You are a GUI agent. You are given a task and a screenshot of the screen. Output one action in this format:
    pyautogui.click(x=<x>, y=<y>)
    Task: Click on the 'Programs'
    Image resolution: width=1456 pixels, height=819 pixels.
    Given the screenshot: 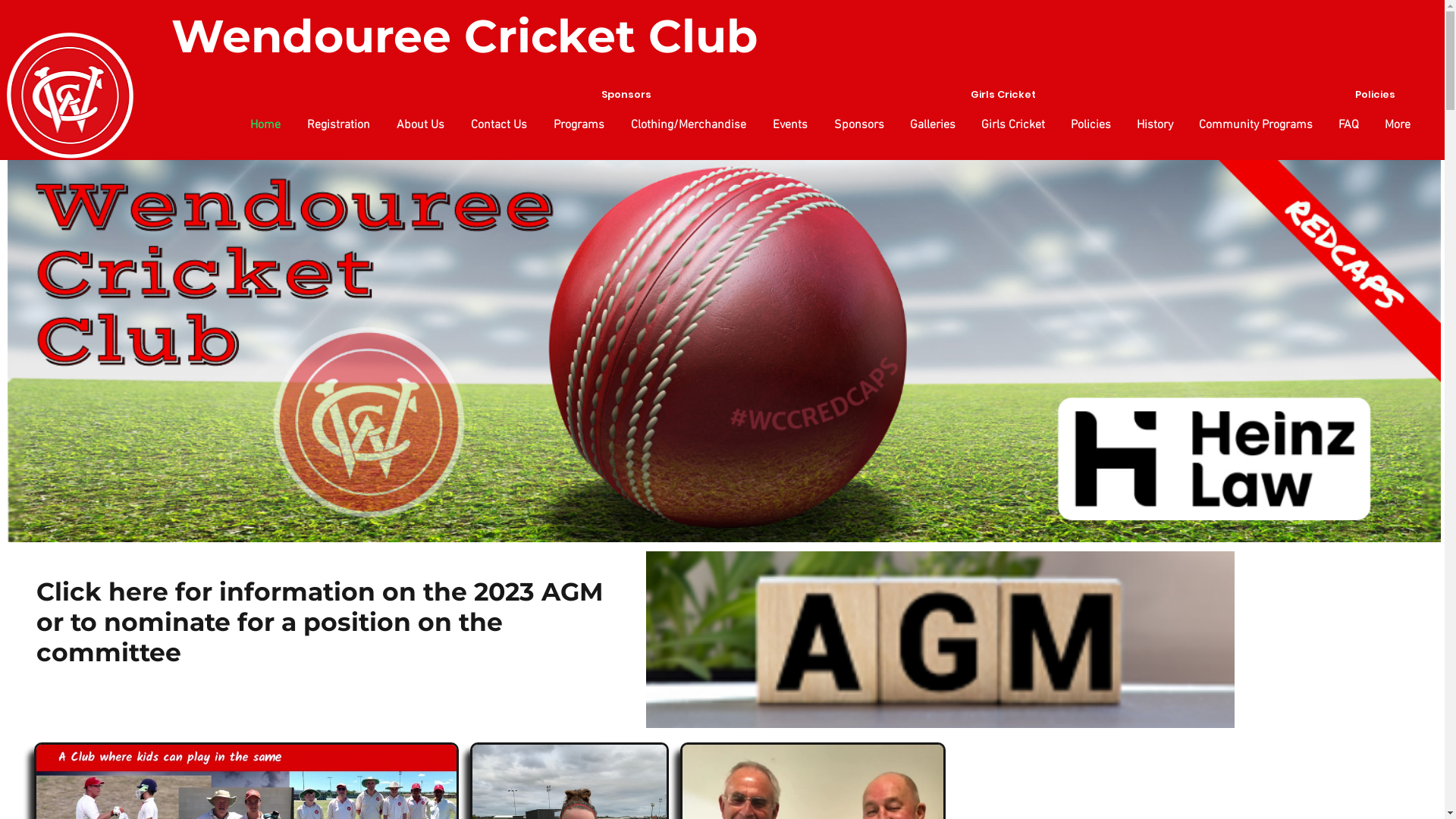 What is the action you would take?
    pyautogui.click(x=576, y=124)
    